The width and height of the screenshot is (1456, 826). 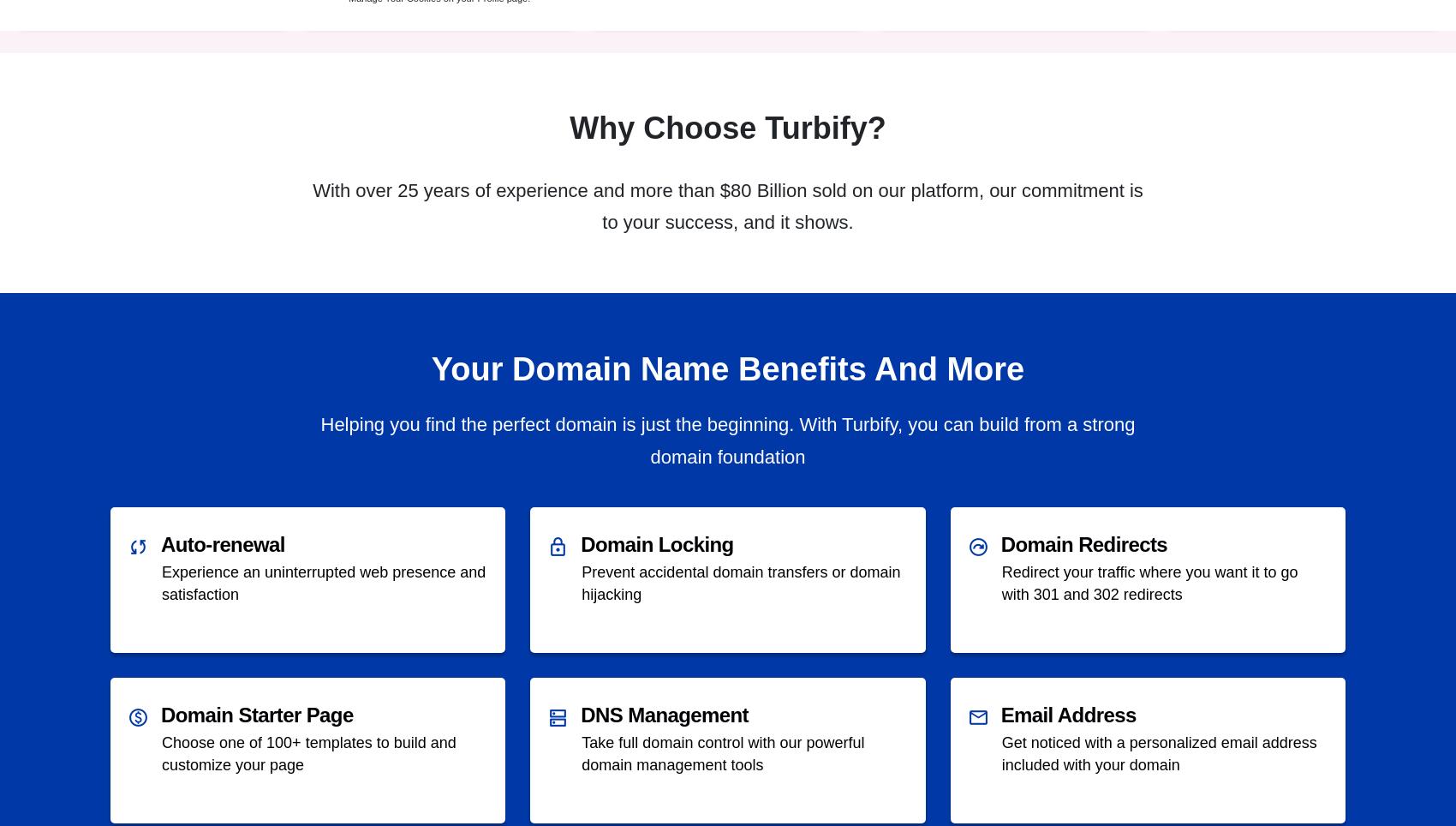 I want to click on 'mail', so click(x=977, y=715).